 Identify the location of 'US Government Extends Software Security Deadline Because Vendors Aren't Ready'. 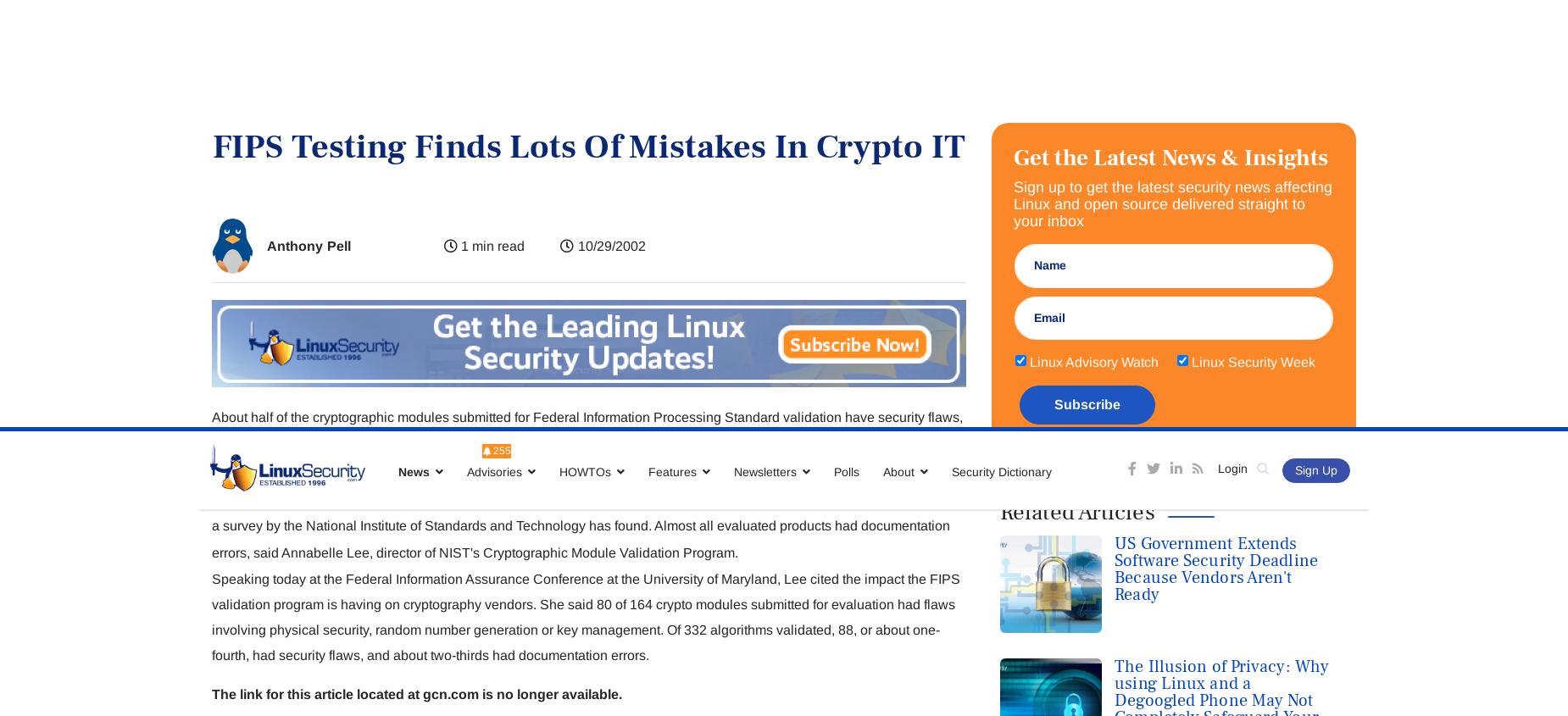
(1113, 142).